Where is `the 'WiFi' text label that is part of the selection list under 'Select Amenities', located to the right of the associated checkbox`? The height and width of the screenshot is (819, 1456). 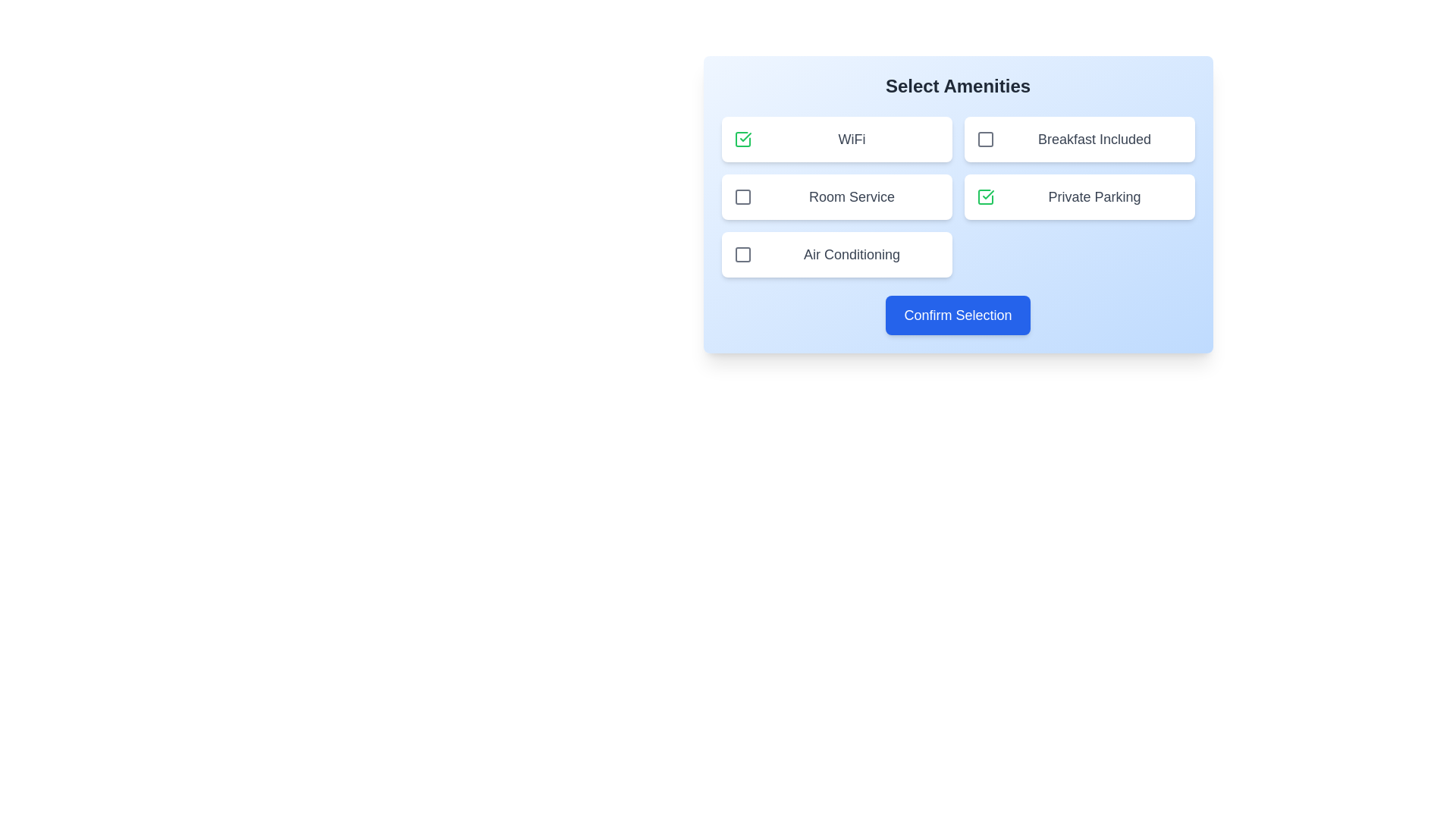 the 'WiFi' text label that is part of the selection list under 'Select Amenities', located to the right of the associated checkbox is located at coordinates (852, 140).